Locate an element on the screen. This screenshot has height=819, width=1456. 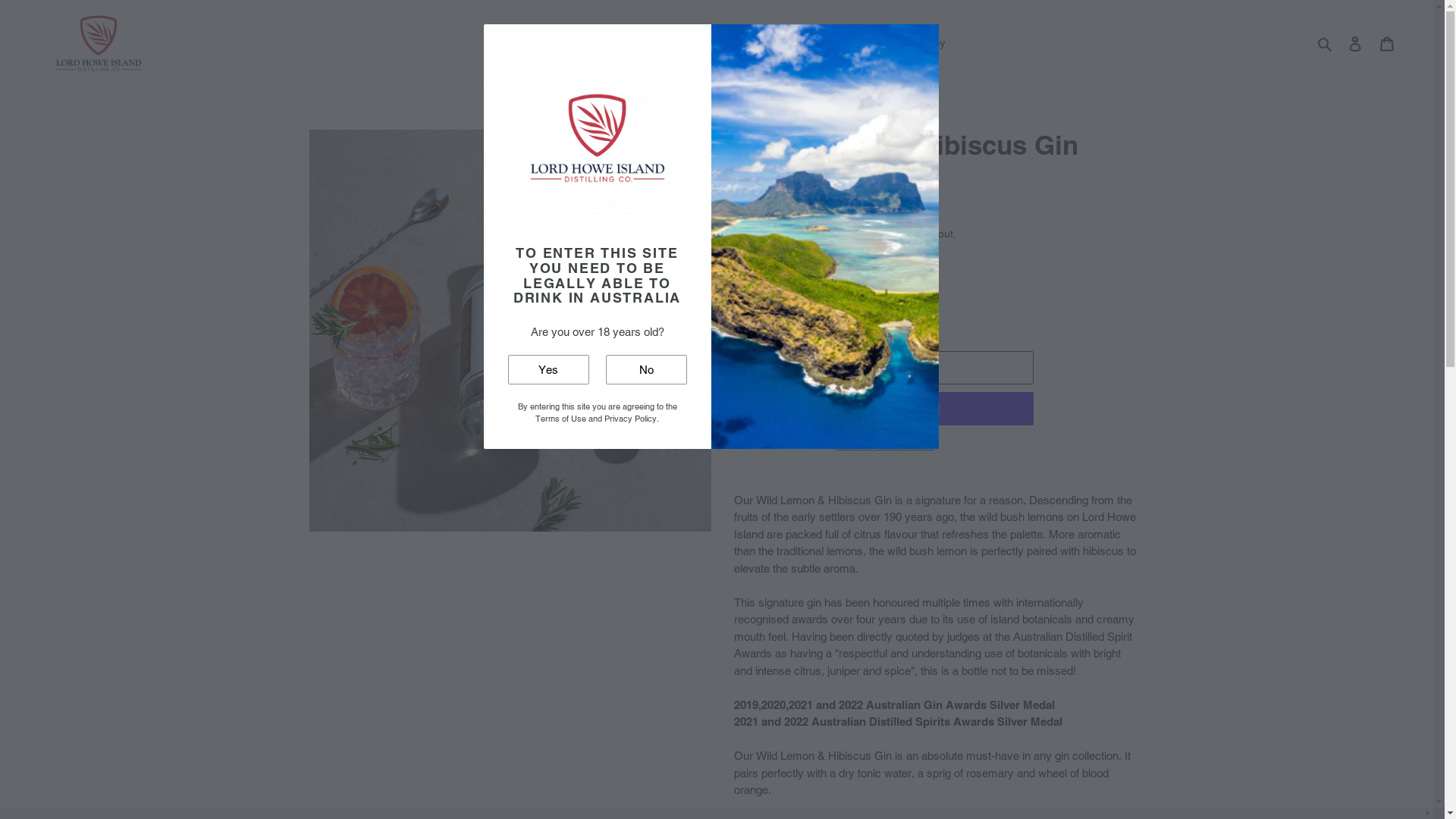
'Cart' is located at coordinates (1371, 42).